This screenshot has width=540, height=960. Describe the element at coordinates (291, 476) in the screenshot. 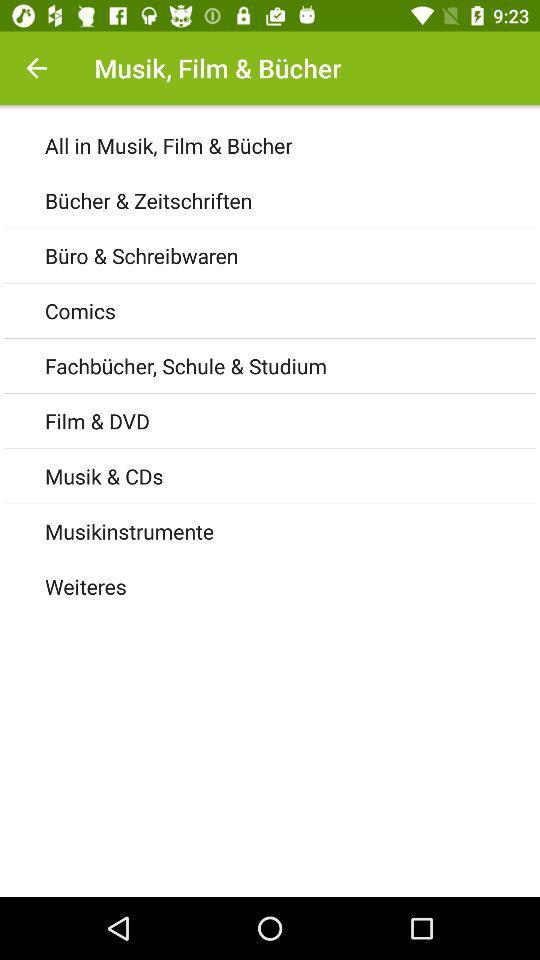

I see `musik & cds` at that location.